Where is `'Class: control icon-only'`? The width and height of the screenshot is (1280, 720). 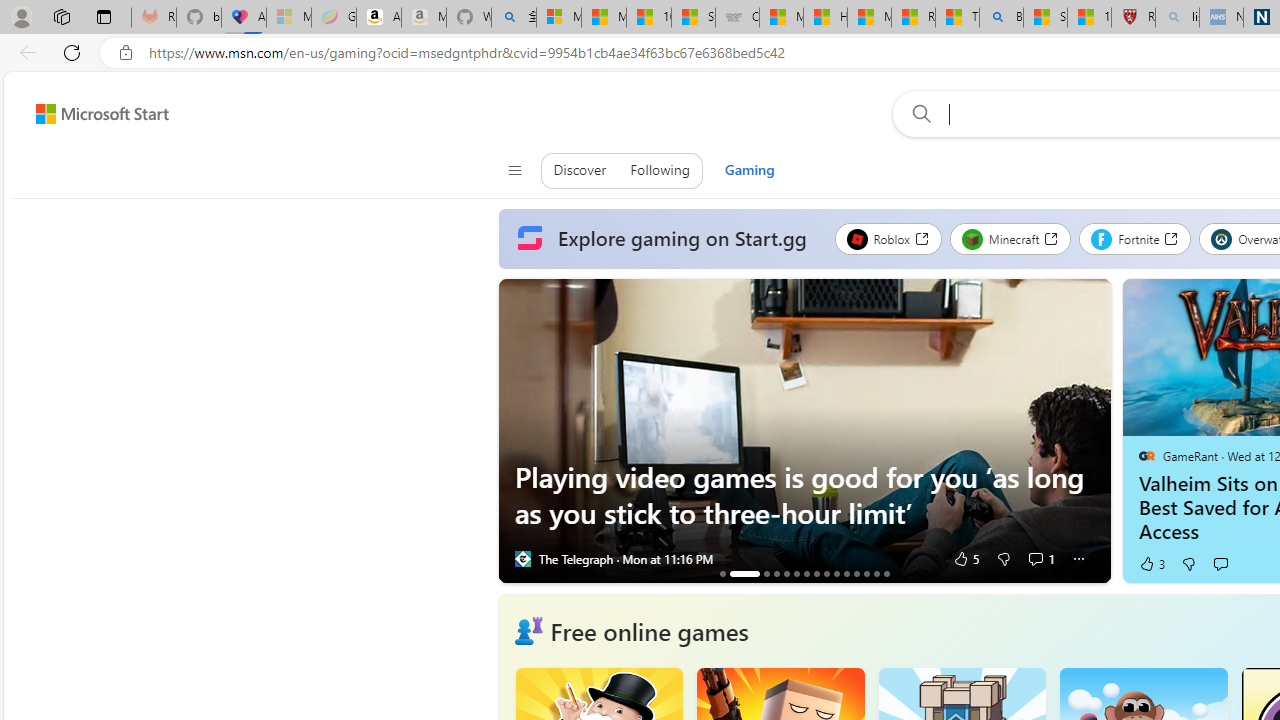 'Class: control icon-only' is located at coordinates (514, 170).